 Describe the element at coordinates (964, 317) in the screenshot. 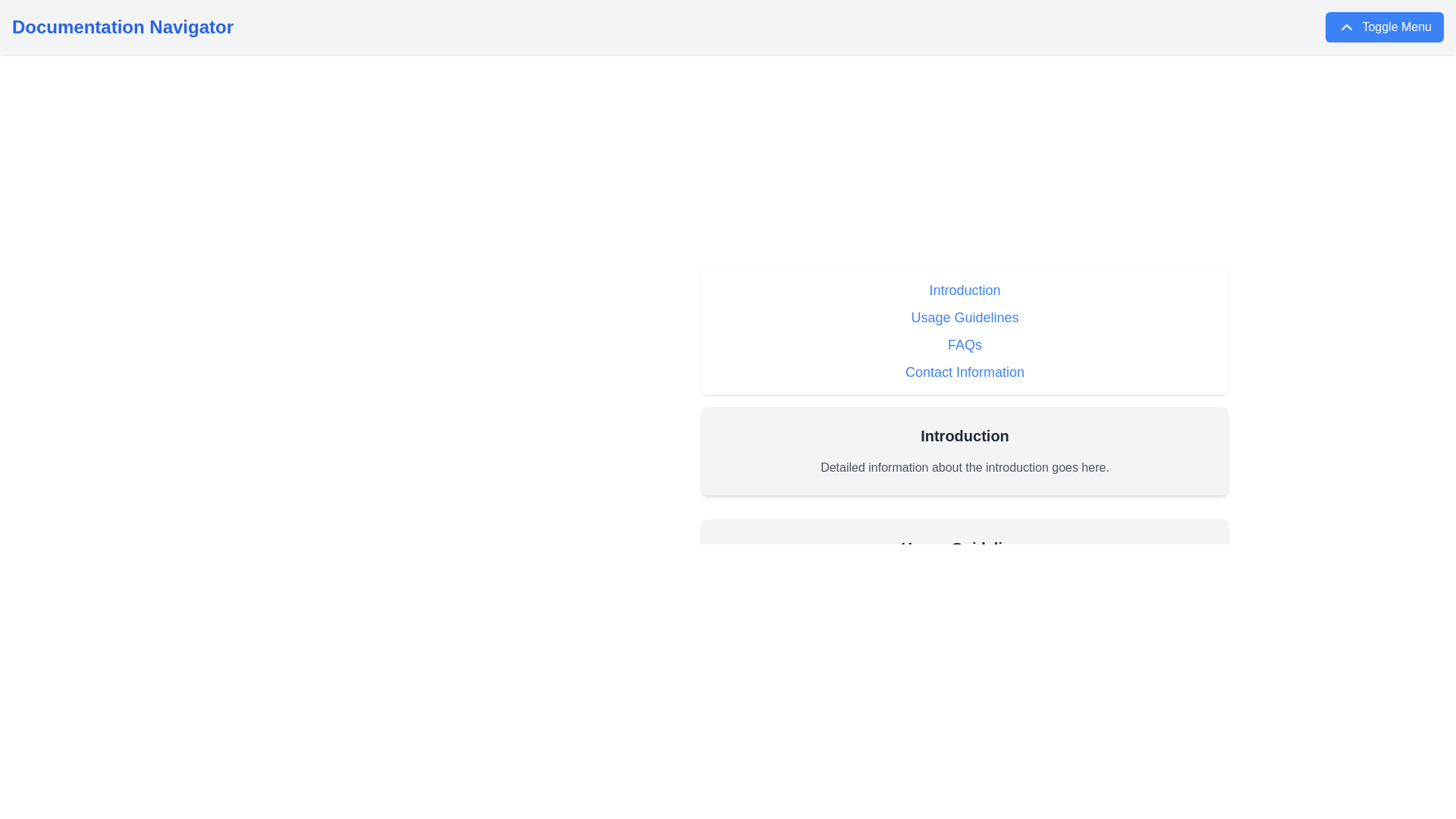

I see `the second hyperlink in the vertical navigation list at the top-center of the interface` at that location.